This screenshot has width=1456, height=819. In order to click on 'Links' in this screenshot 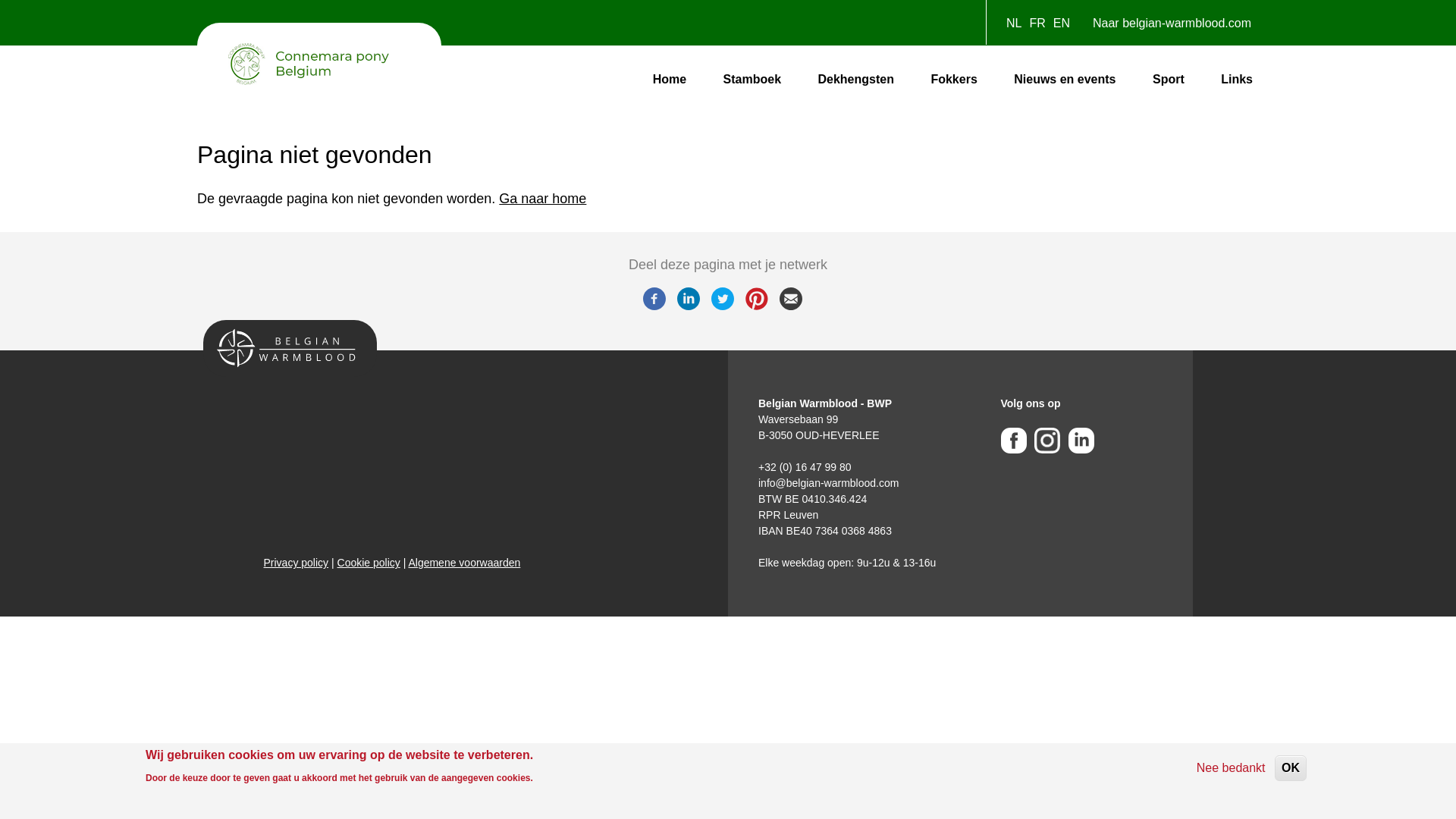, I will do `click(1215, 79)`.